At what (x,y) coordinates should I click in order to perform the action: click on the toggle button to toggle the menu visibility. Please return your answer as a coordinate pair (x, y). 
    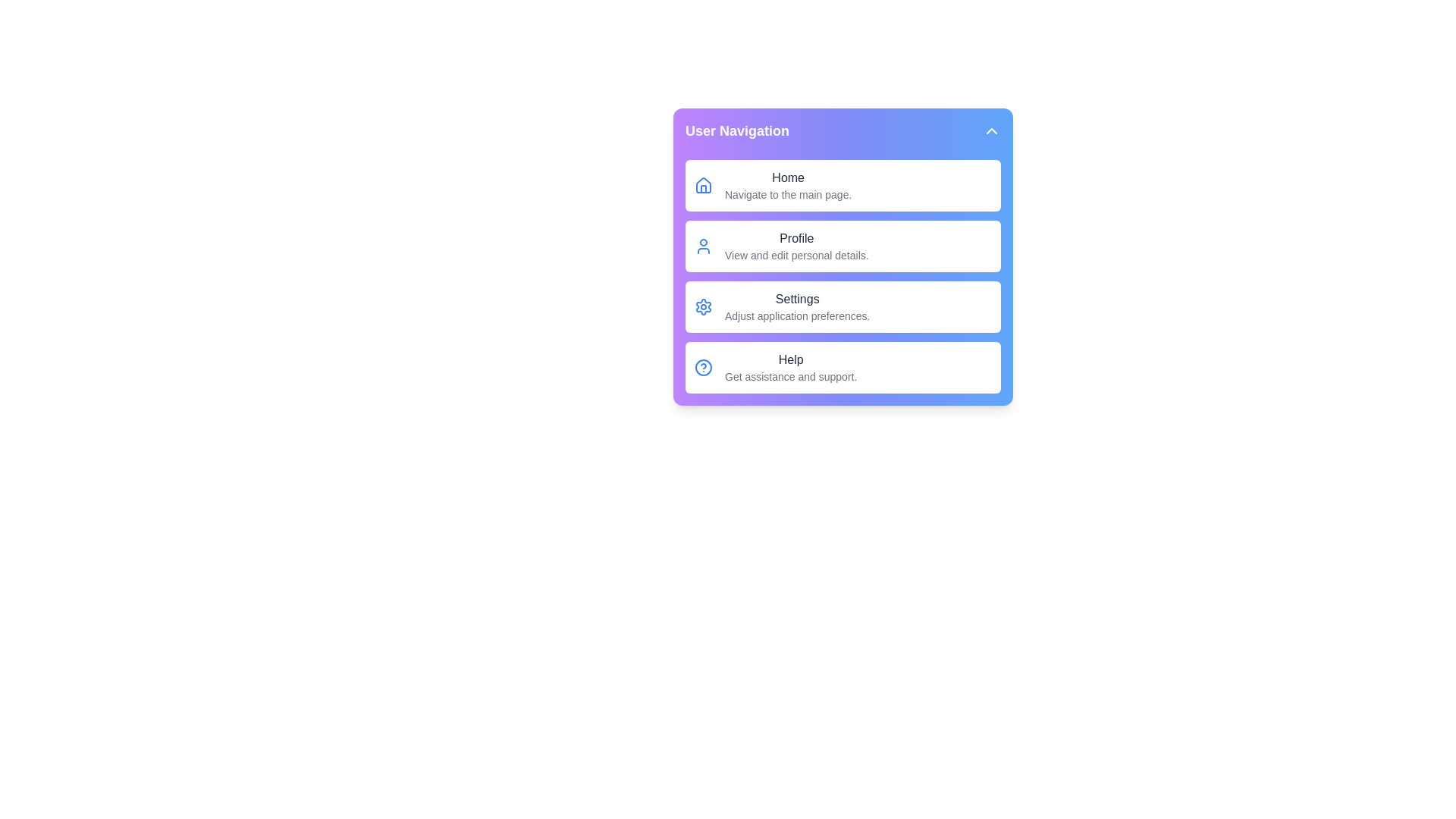
    Looking at the image, I should click on (992, 130).